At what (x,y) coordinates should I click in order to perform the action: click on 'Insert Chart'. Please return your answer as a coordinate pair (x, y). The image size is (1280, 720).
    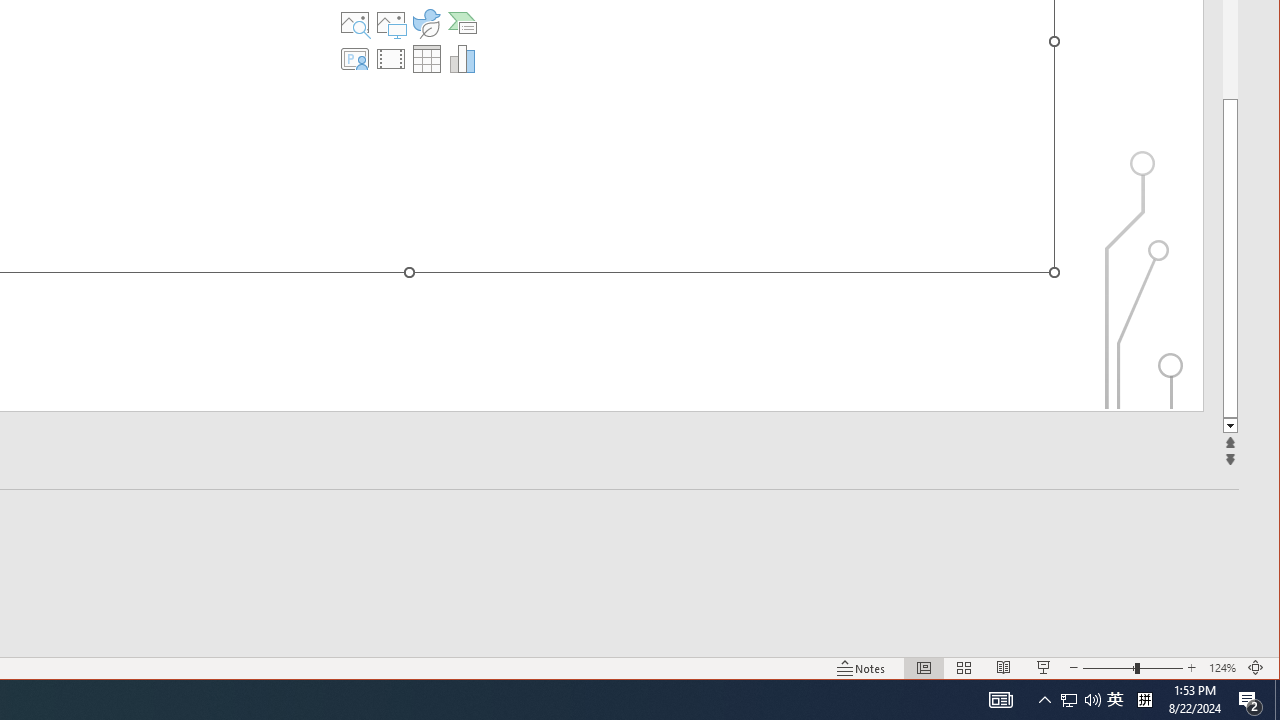
    Looking at the image, I should click on (461, 58).